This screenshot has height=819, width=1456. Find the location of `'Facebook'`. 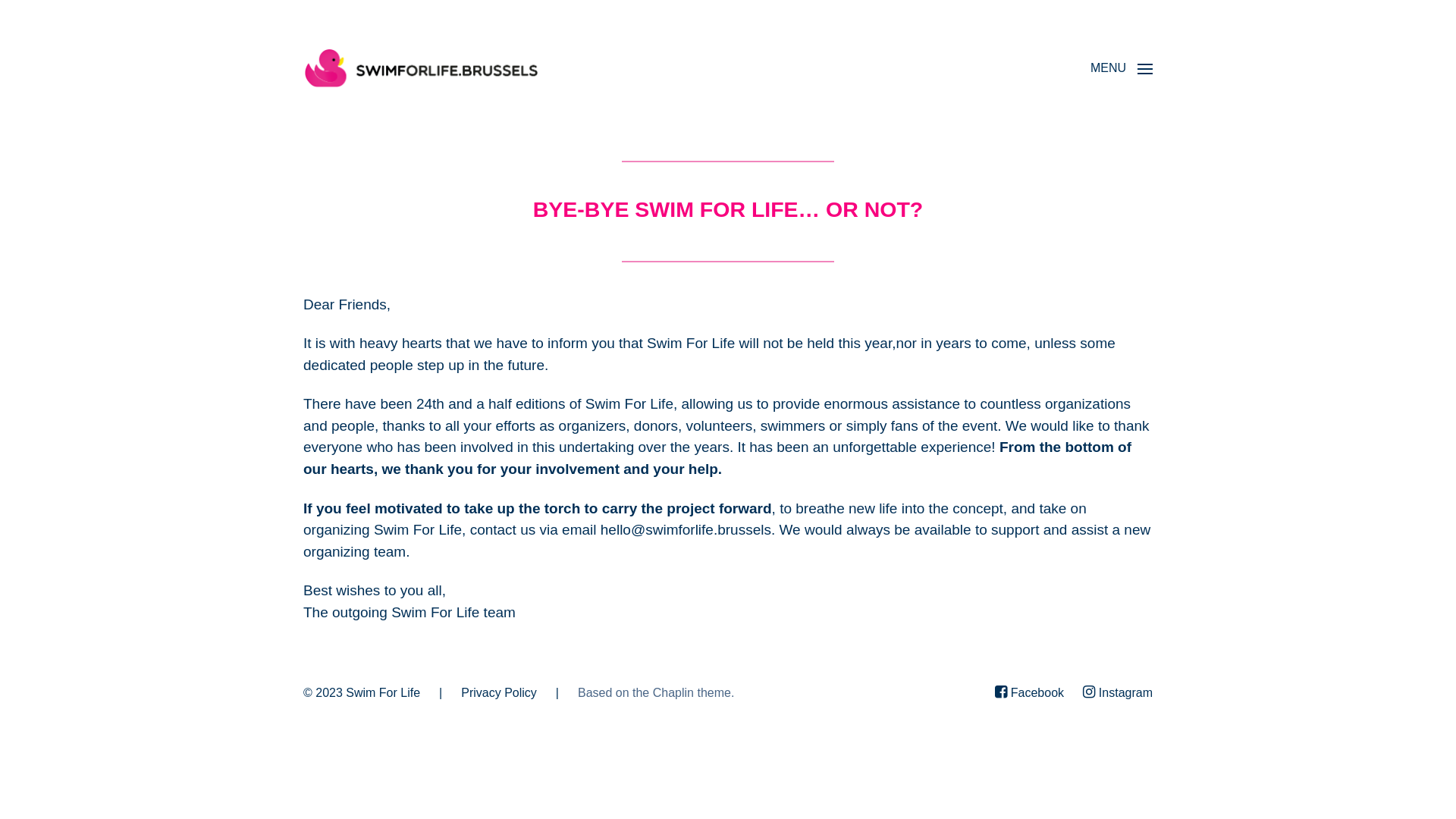

'Facebook' is located at coordinates (1029, 693).